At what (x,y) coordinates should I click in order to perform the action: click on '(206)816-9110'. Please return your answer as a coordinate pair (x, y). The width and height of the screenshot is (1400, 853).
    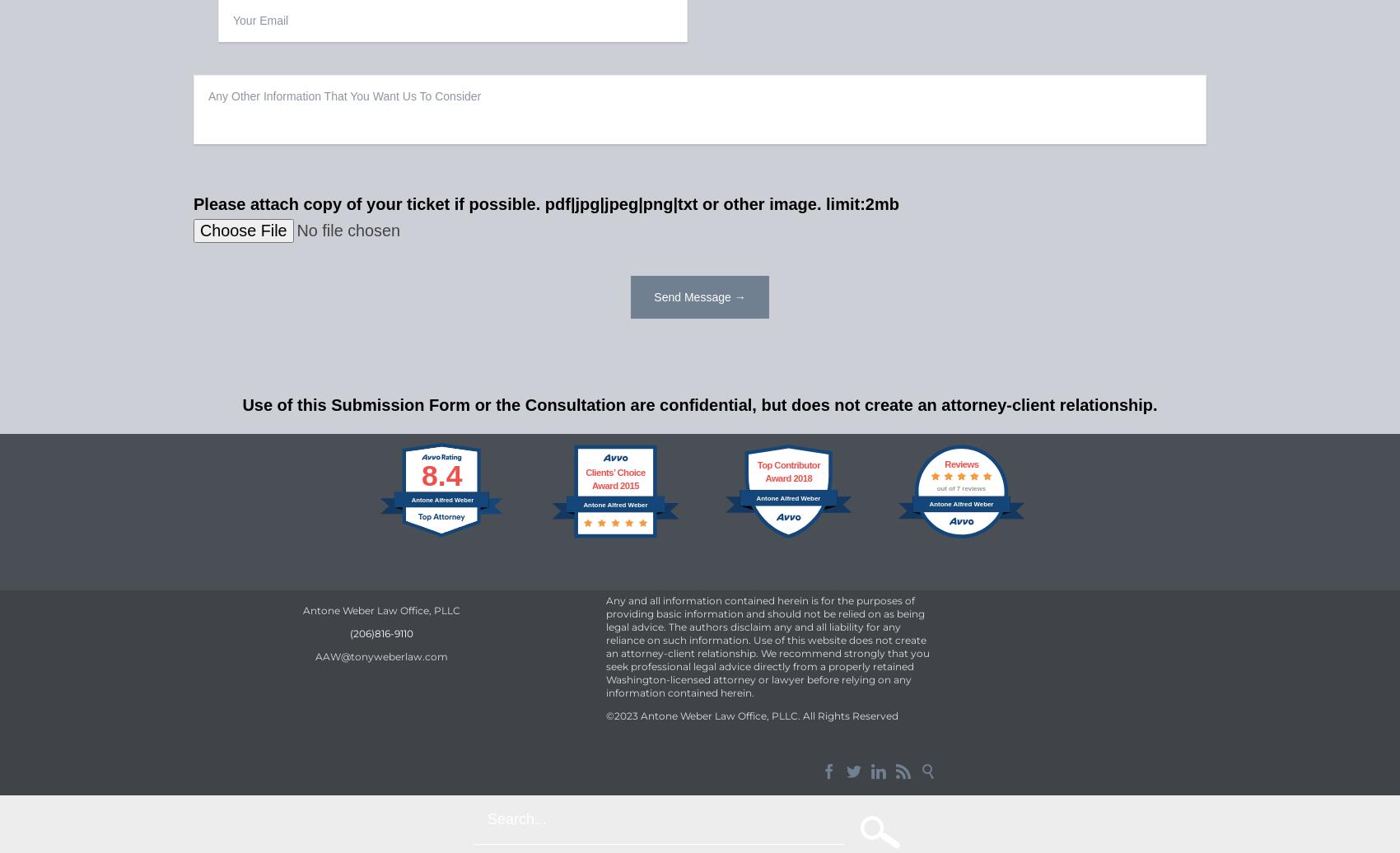
    Looking at the image, I should click on (380, 633).